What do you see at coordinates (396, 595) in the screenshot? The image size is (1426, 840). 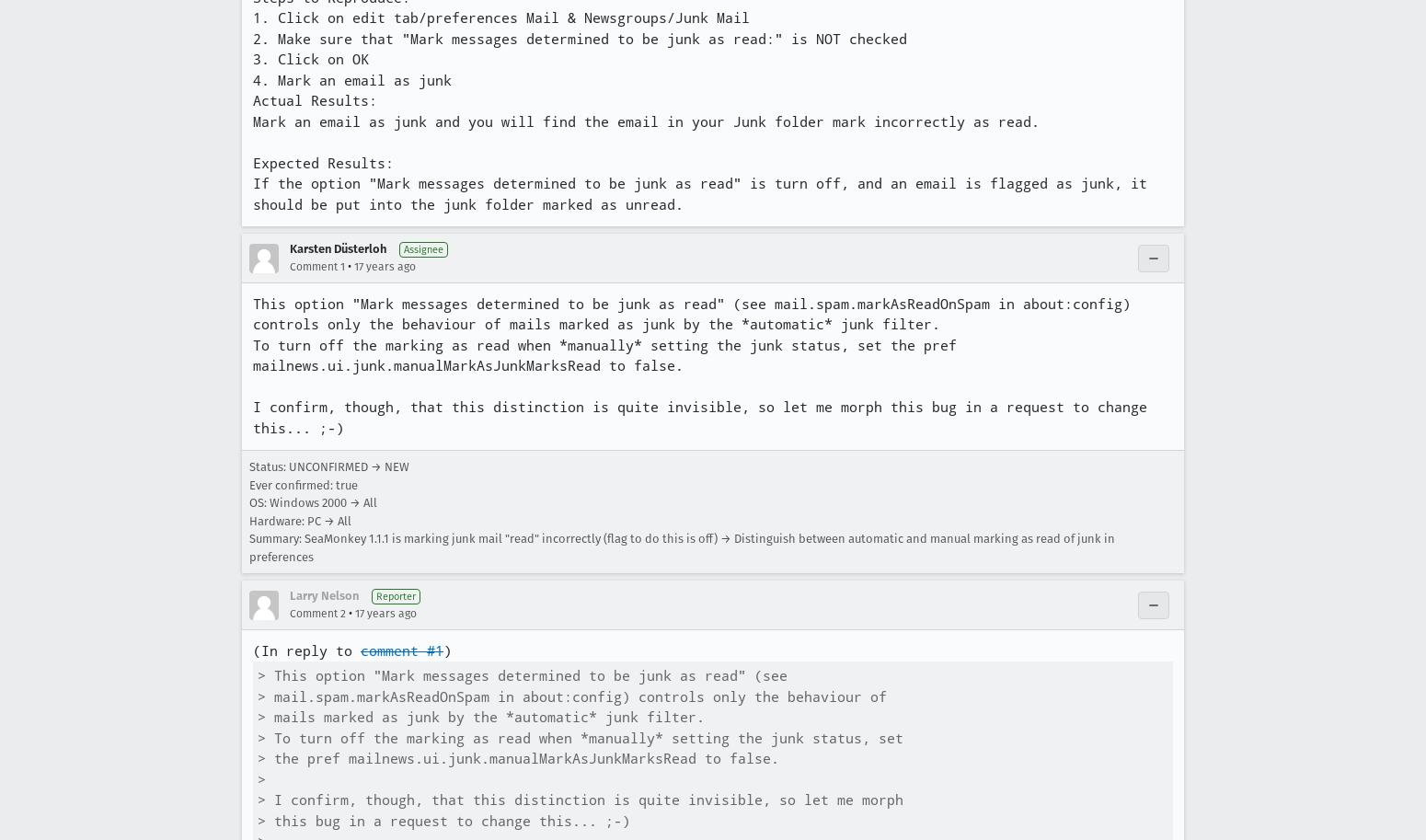 I see `'Reporter'` at bounding box center [396, 595].